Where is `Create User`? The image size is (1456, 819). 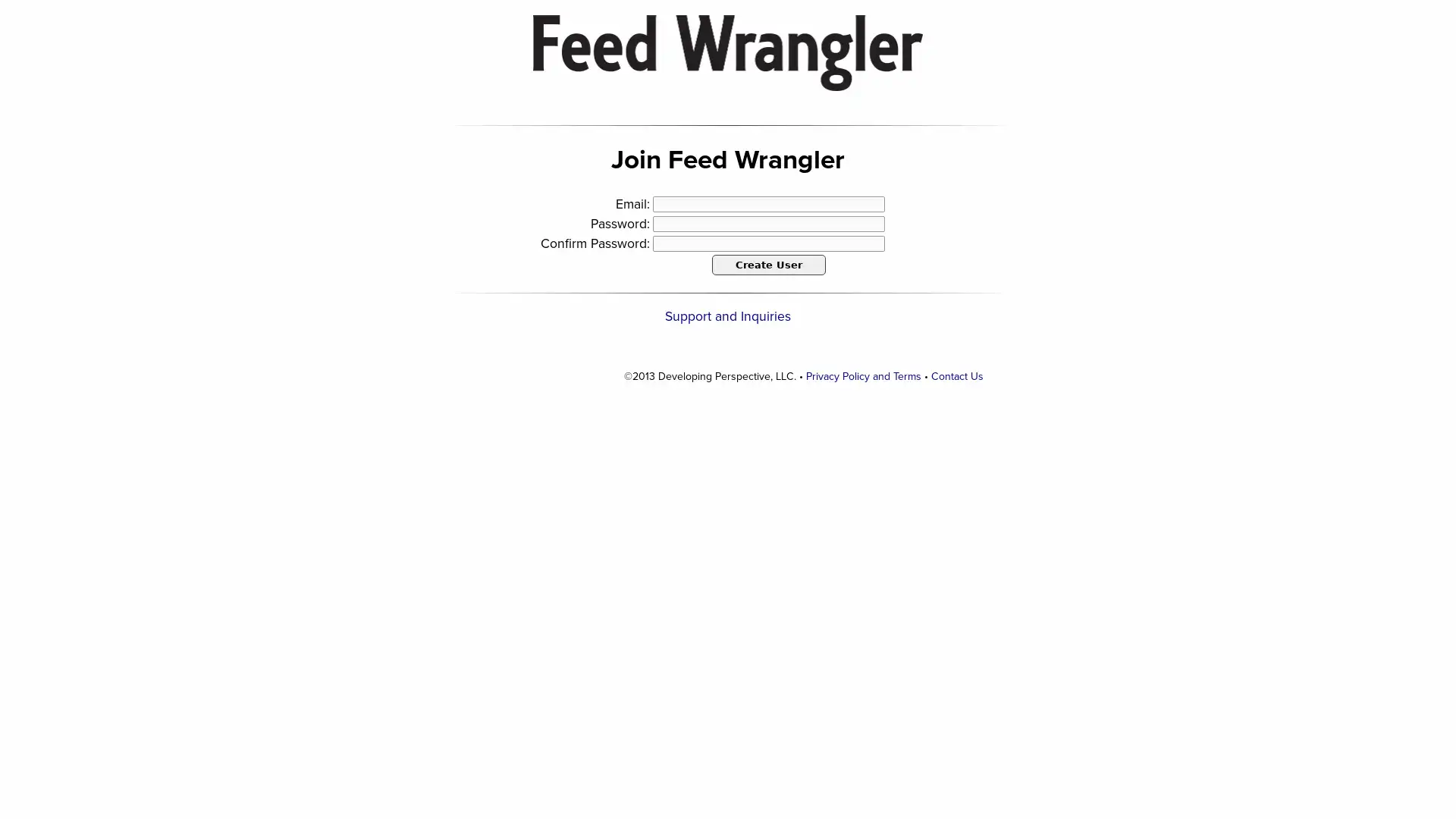
Create User is located at coordinates (768, 264).